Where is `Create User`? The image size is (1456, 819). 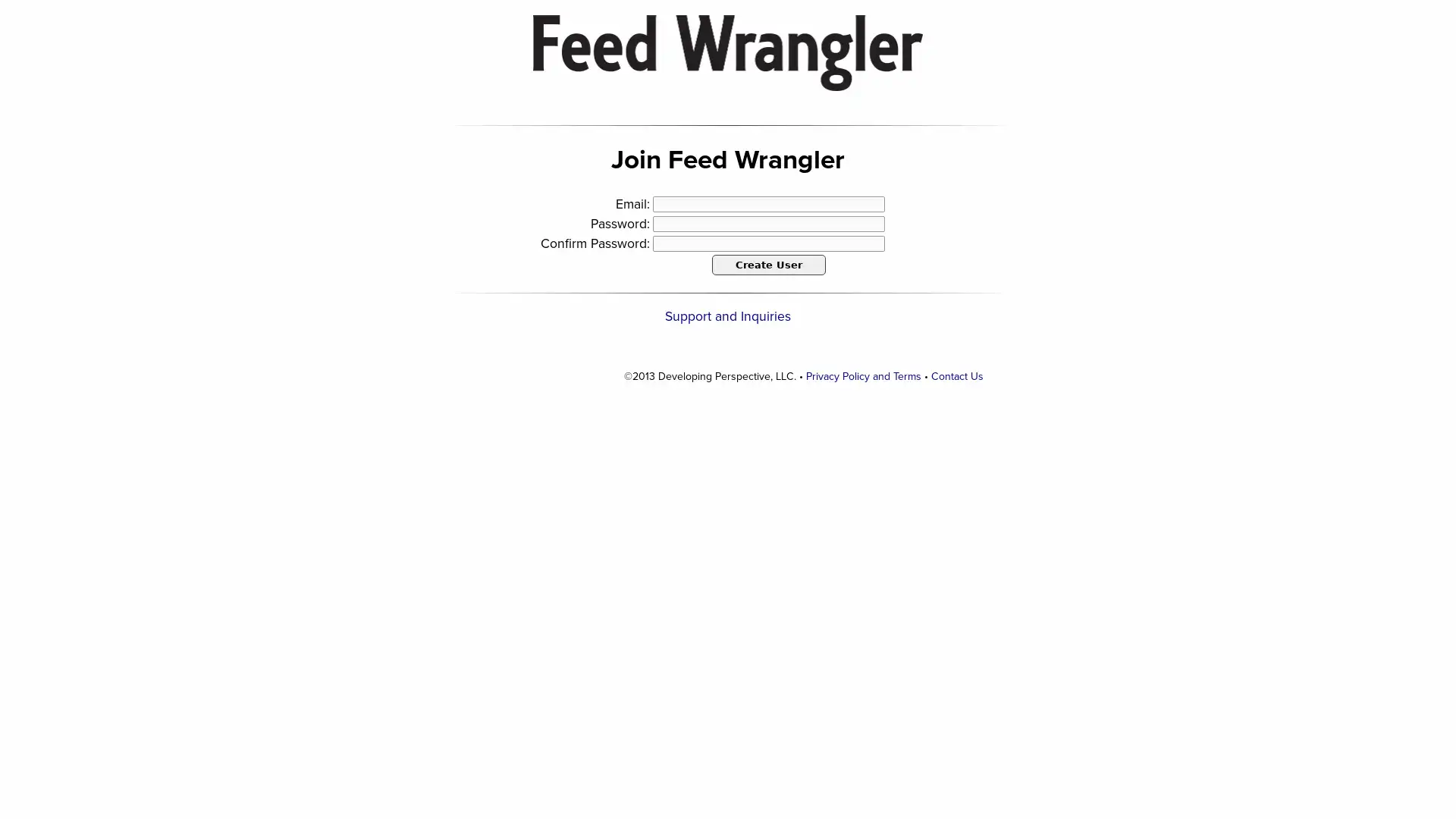
Create User is located at coordinates (768, 264).